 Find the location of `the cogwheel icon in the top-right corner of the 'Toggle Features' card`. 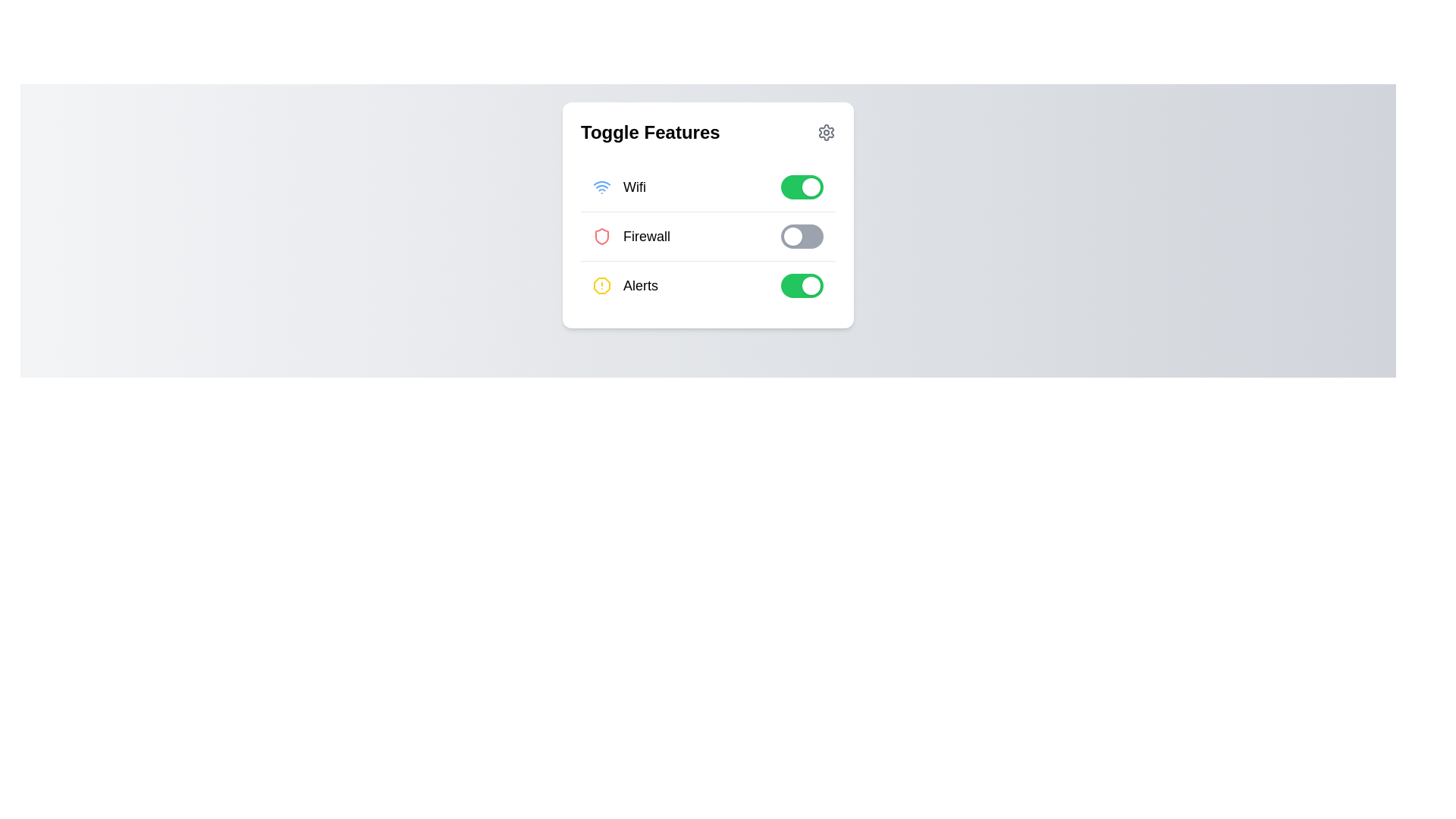

the cogwheel icon in the top-right corner of the 'Toggle Features' card is located at coordinates (825, 131).